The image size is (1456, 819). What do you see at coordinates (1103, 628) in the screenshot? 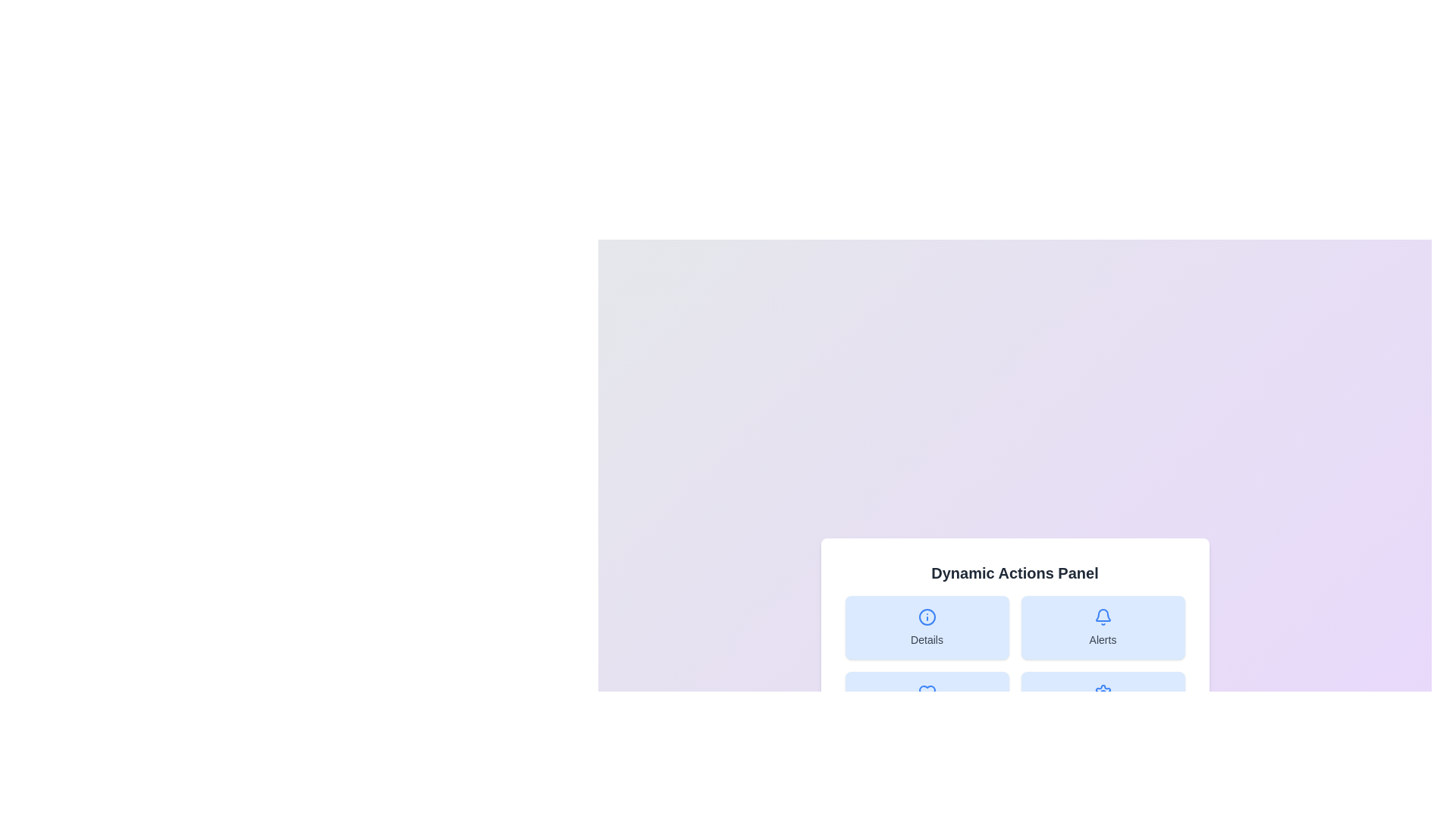
I see `the action button for accessing or managing alerts, located in the top-right quadrant of the grid, adjacent to the 'Details' button` at bounding box center [1103, 628].